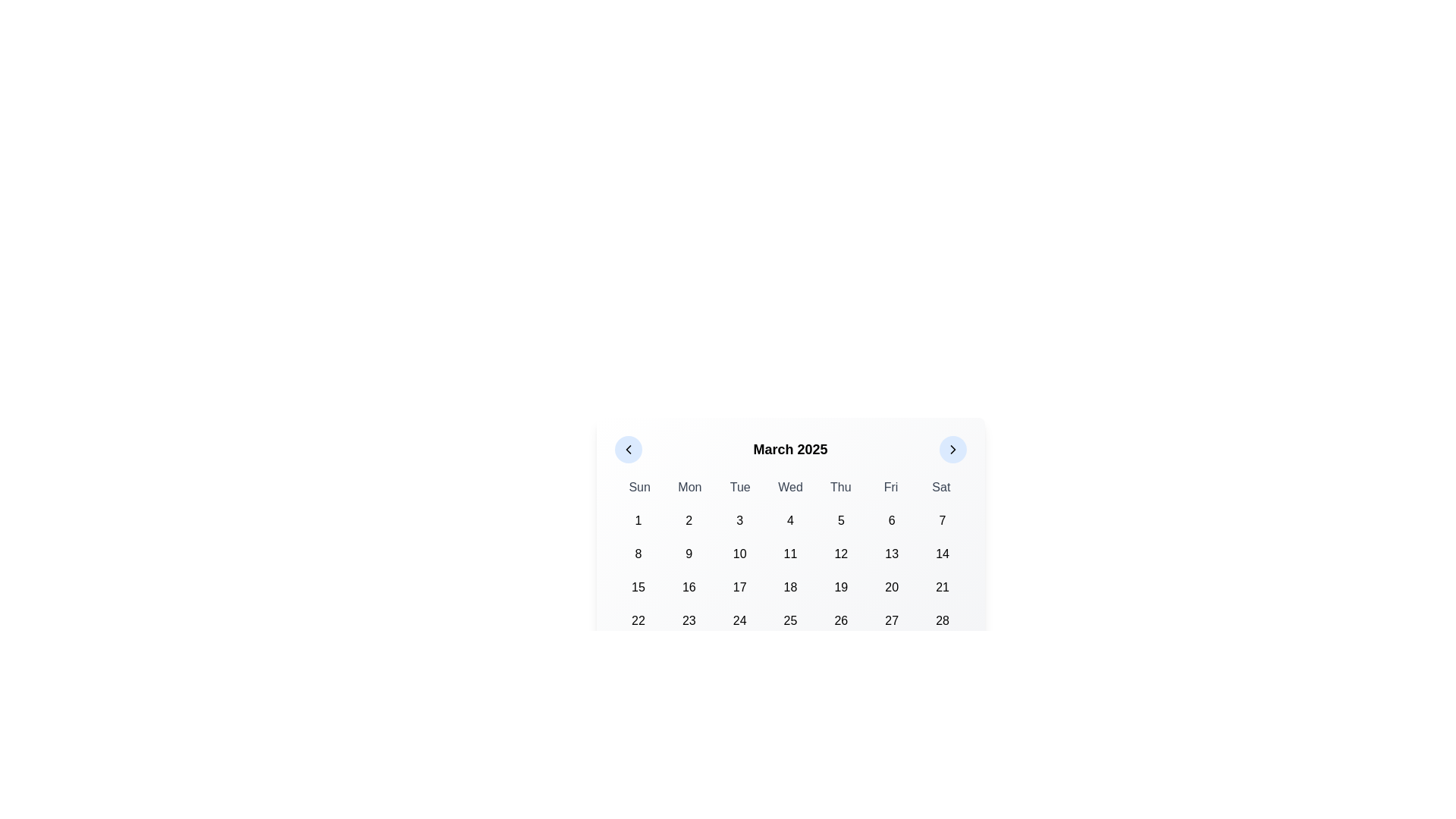 The image size is (1456, 819). Describe the element at coordinates (638, 620) in the screenshot. I see `the button representing the 22nd day in the calendar view` at that location.